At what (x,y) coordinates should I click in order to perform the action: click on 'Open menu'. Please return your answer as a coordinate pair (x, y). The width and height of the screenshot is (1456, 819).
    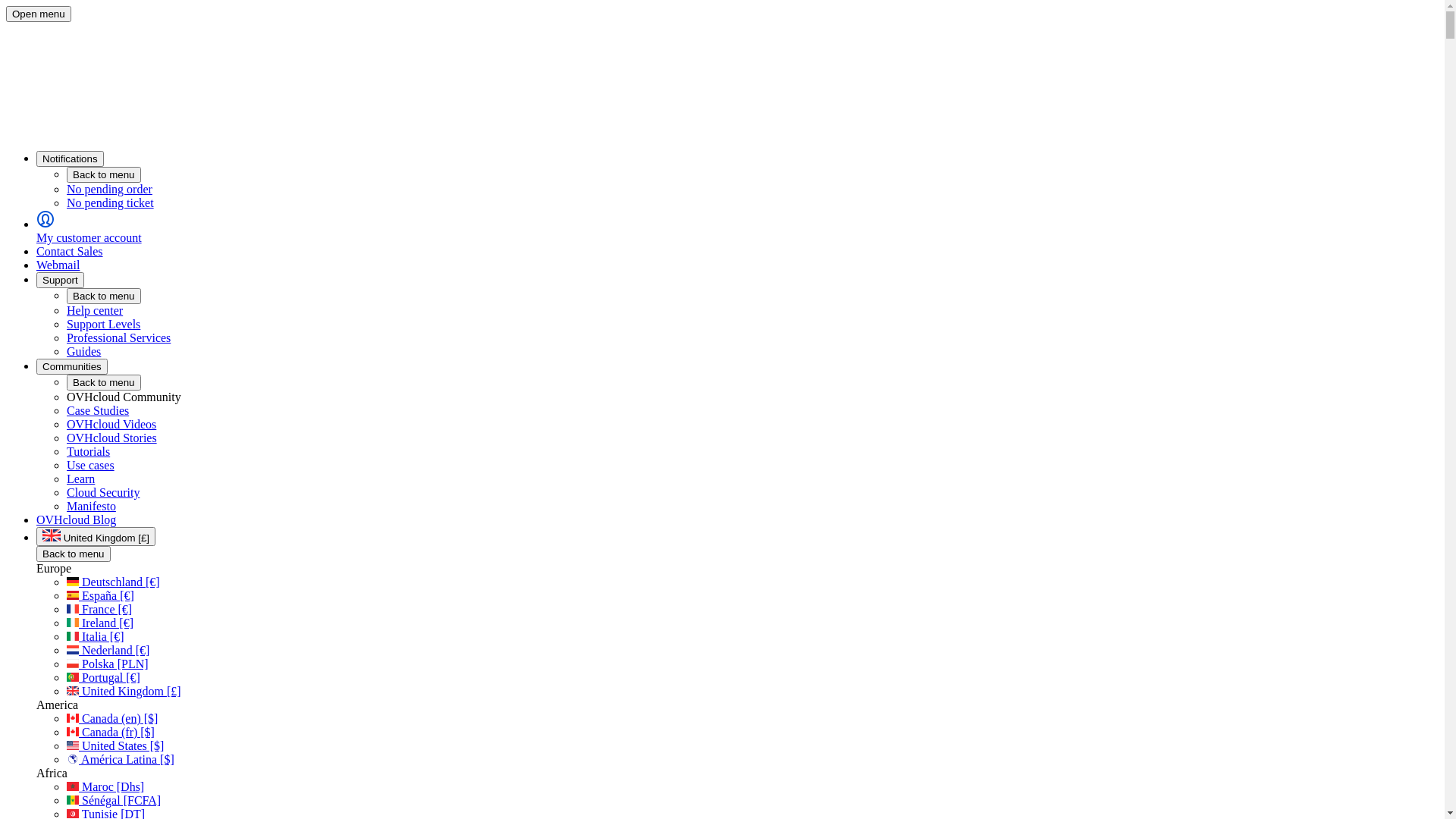
    Looking at the image, I should click on (6, 14).